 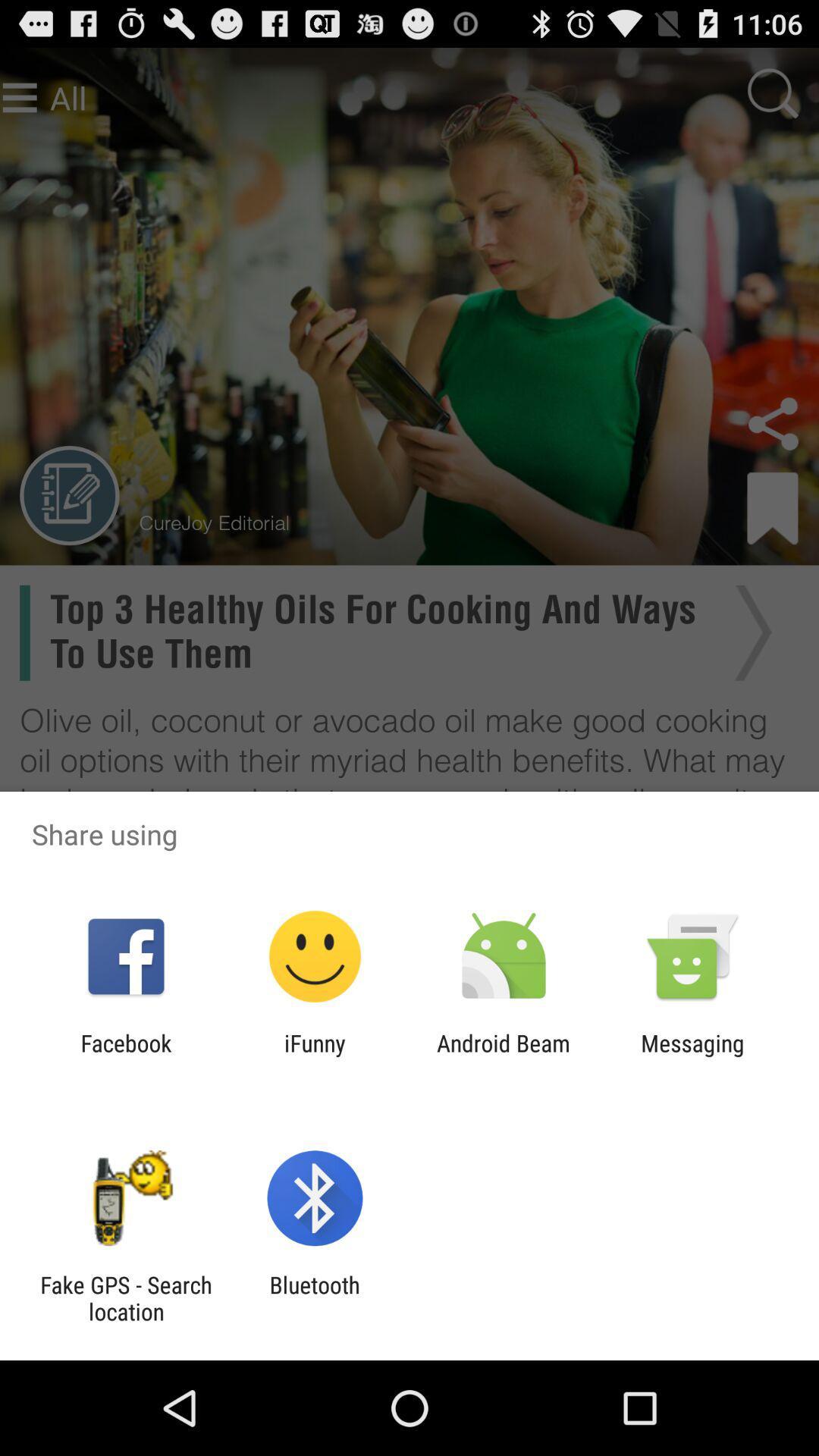 What do you see at coordinates (125, 1298) in the screenshot?
I see `the fake gps search item` at bounding box center [125, 1298].